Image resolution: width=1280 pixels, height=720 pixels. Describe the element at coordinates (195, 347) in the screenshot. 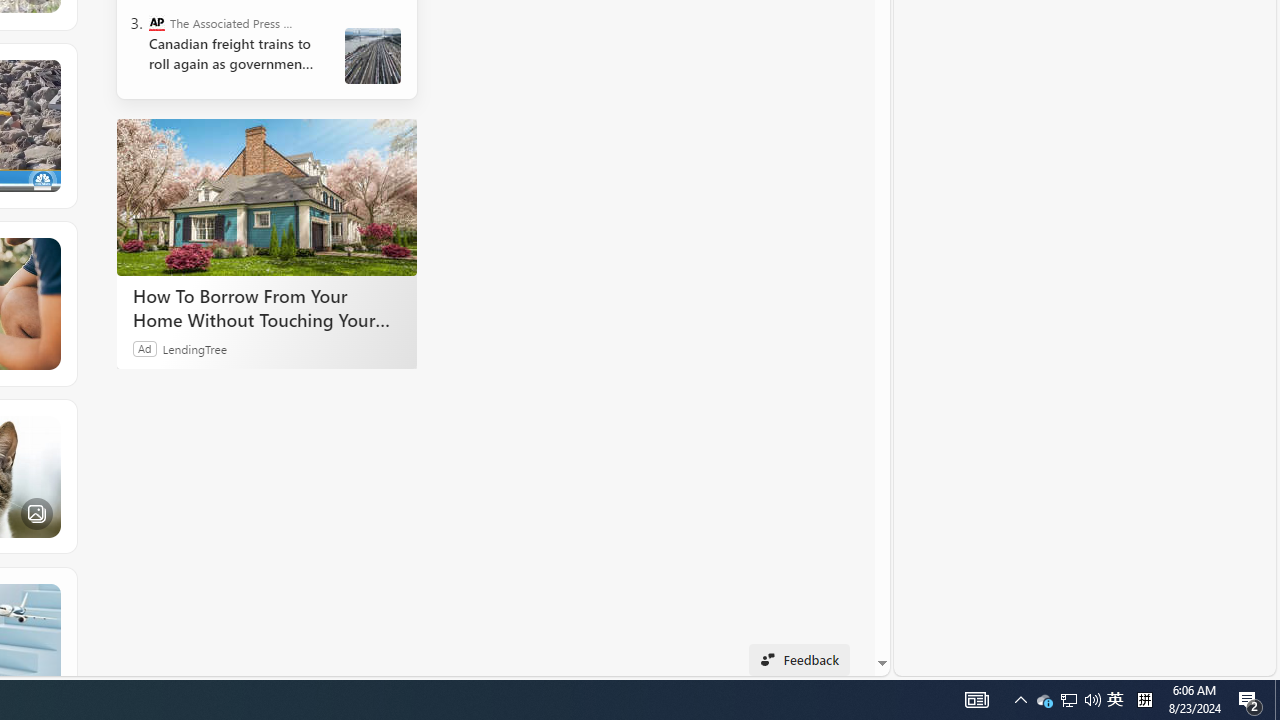

I see `'LendingTree'` at that location.